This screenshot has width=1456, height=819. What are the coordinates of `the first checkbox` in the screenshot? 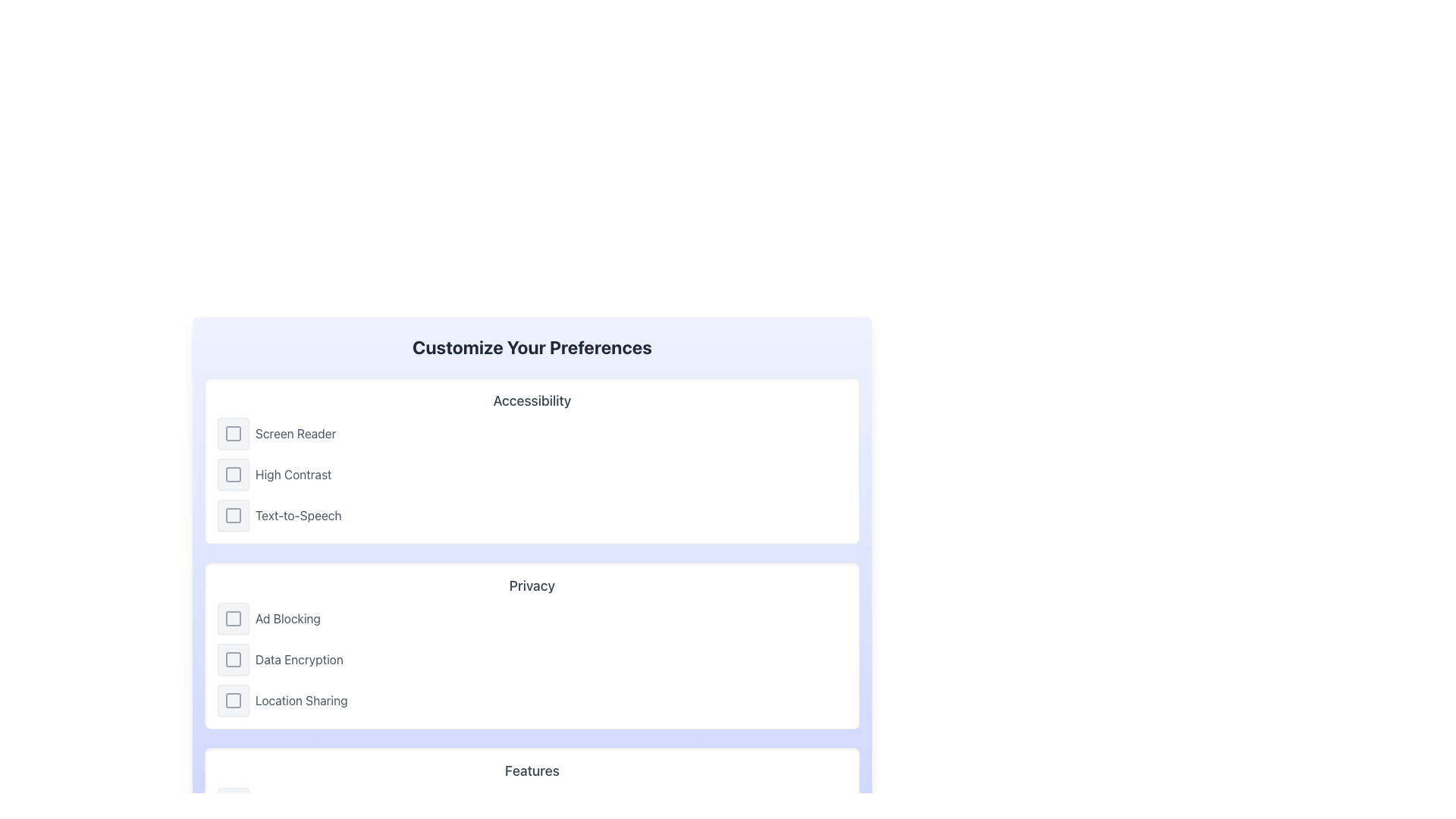 It's located at (232, 619).